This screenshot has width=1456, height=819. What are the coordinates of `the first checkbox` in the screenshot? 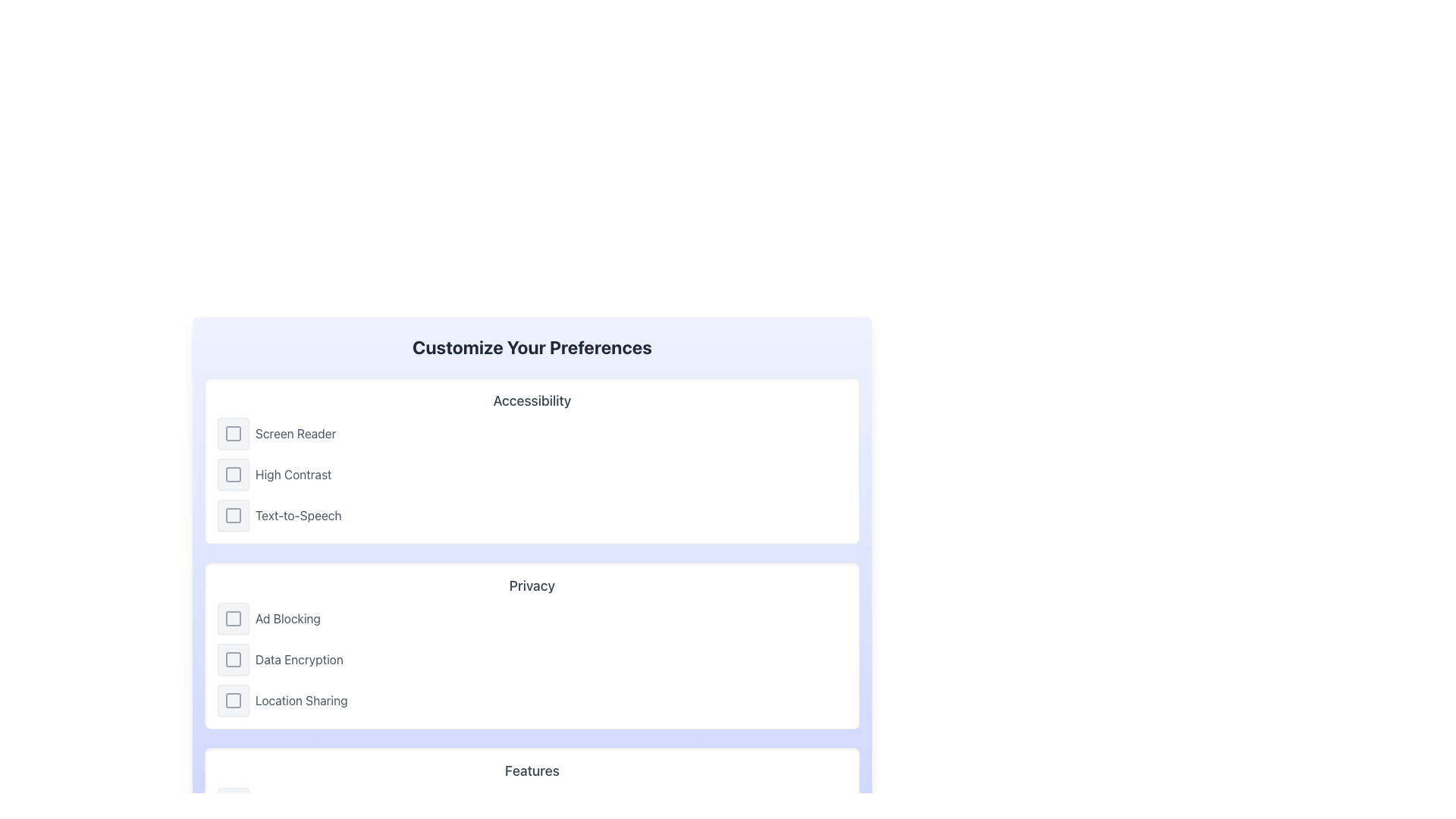 It's located at (232, 619).